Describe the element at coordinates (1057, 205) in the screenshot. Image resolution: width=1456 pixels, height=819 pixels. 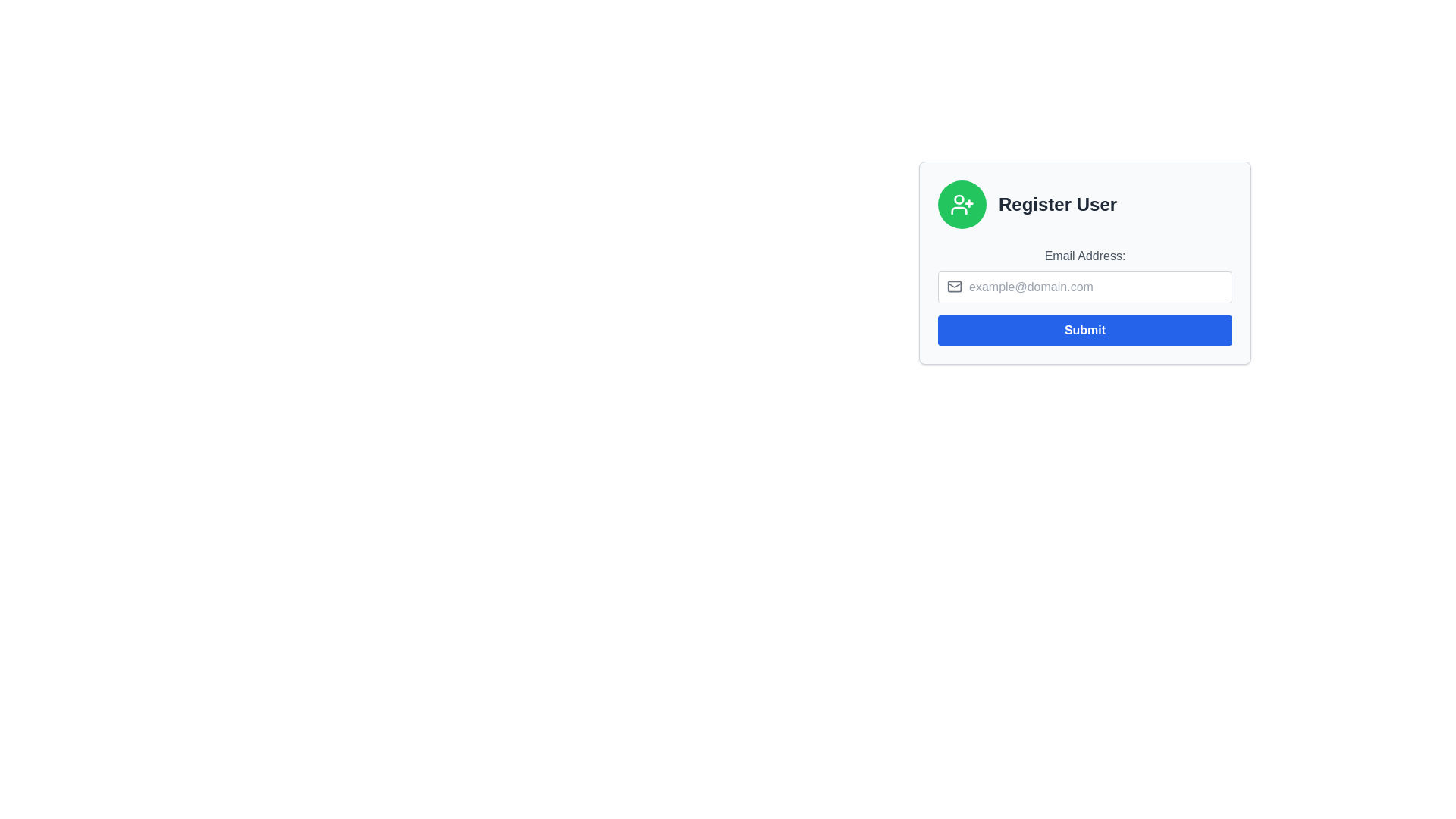
I see `the non-interactive text label or heading that indicates the purpose of the form, positioned to the right of a green user icon` at that location.